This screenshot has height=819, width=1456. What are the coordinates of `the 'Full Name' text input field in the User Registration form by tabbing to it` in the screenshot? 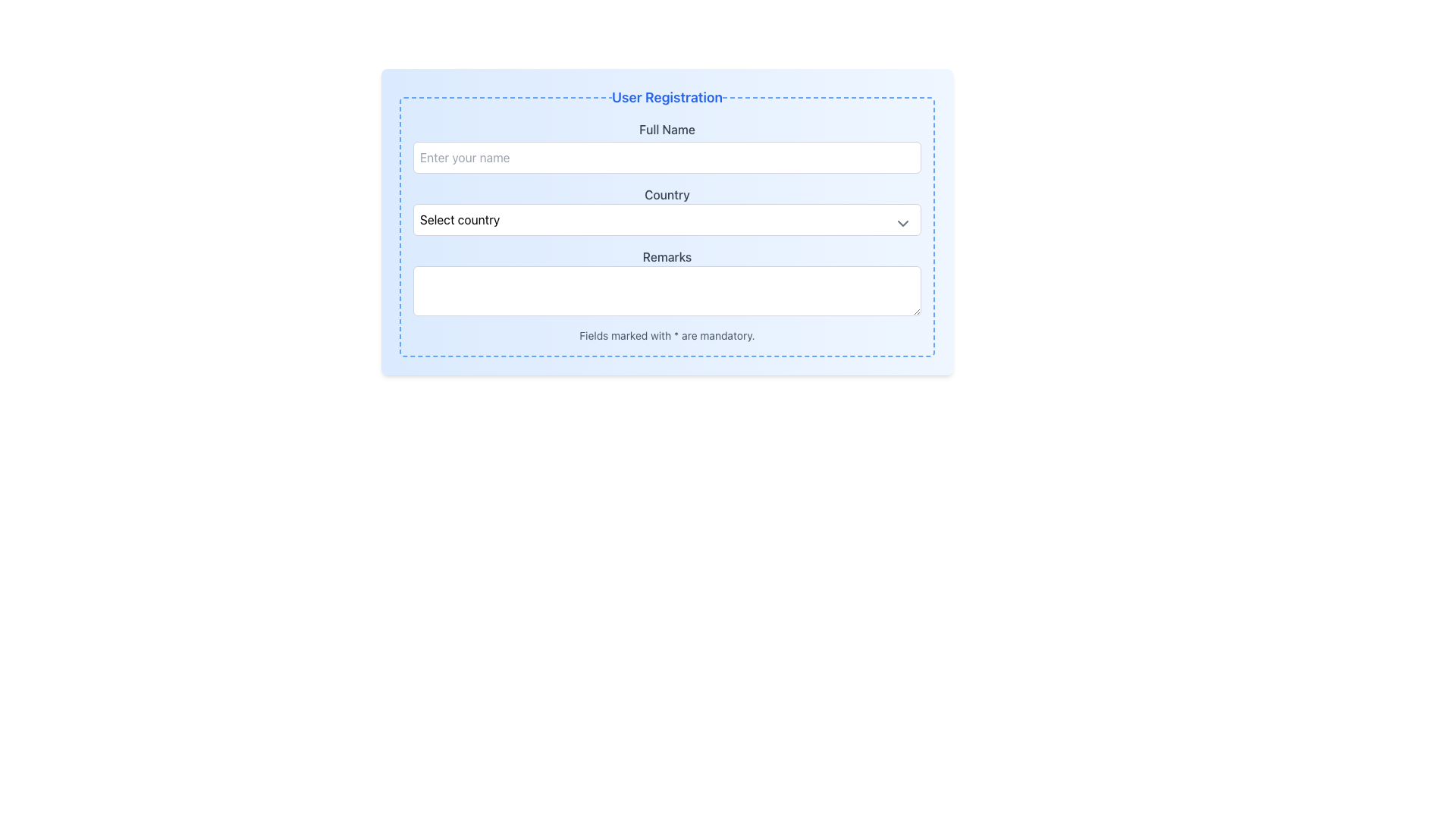 It's located at (667, 146).